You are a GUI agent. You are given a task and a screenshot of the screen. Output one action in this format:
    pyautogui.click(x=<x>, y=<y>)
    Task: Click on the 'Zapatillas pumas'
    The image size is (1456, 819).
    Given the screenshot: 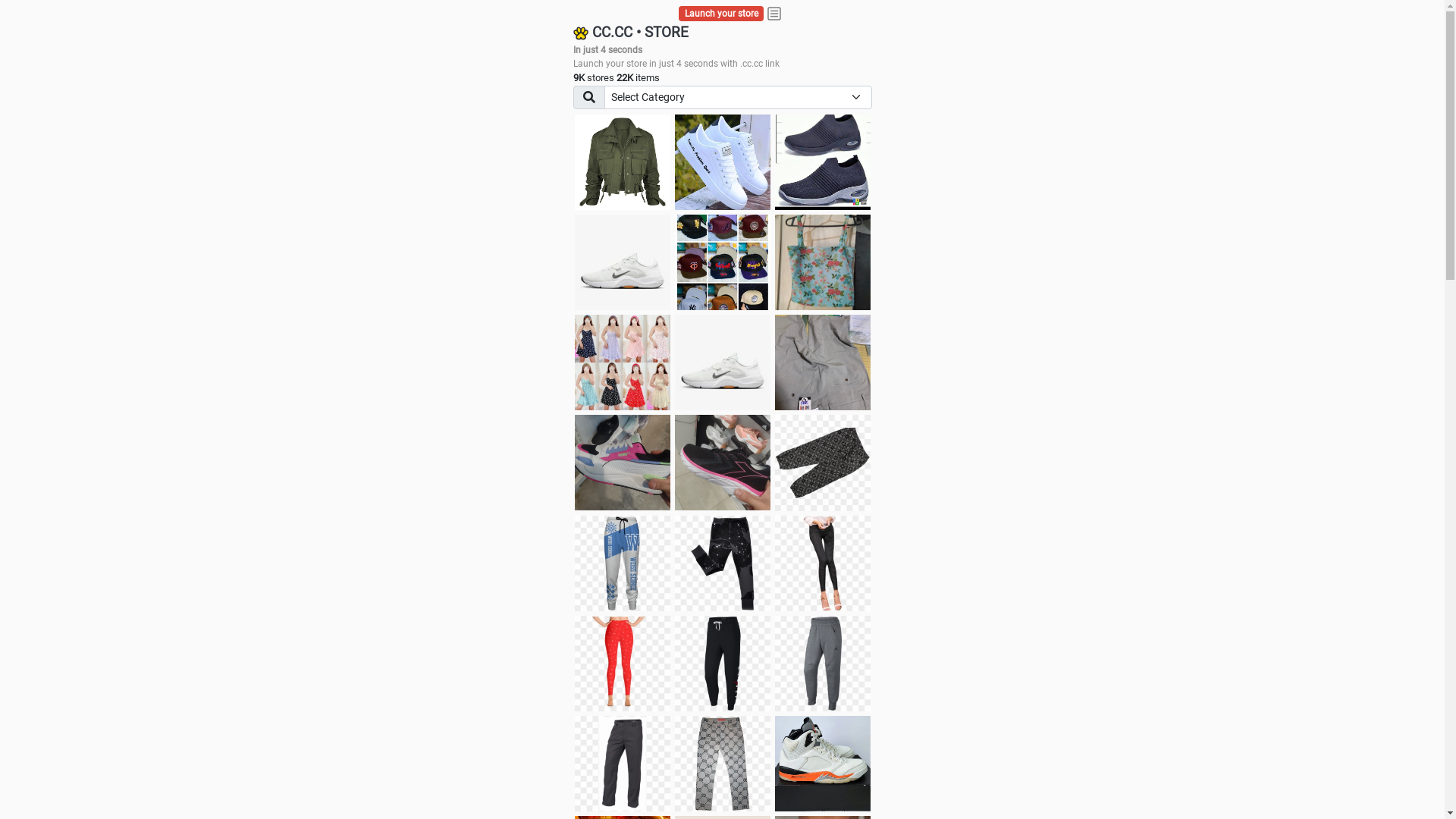 What is the action you would take?
    pyautogui.click(x=574, y=461)
    